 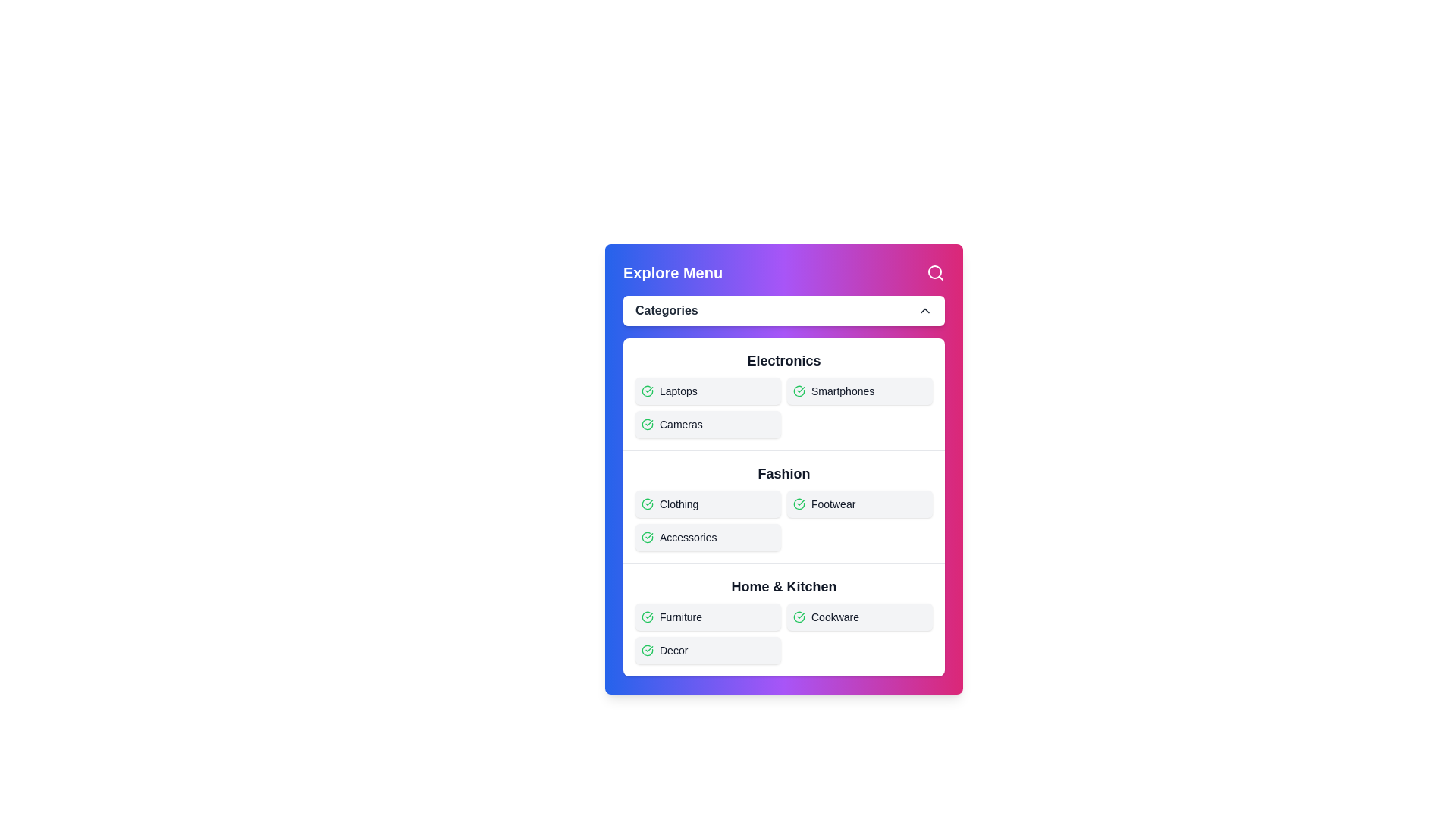 What do you see at coordinates (648, 617) in the screenshot?
I see `the circular green icon with a check mark, located next to the text 'Furniture' in the 'Home & Kitchen' section` at bounding box center [648, 617].